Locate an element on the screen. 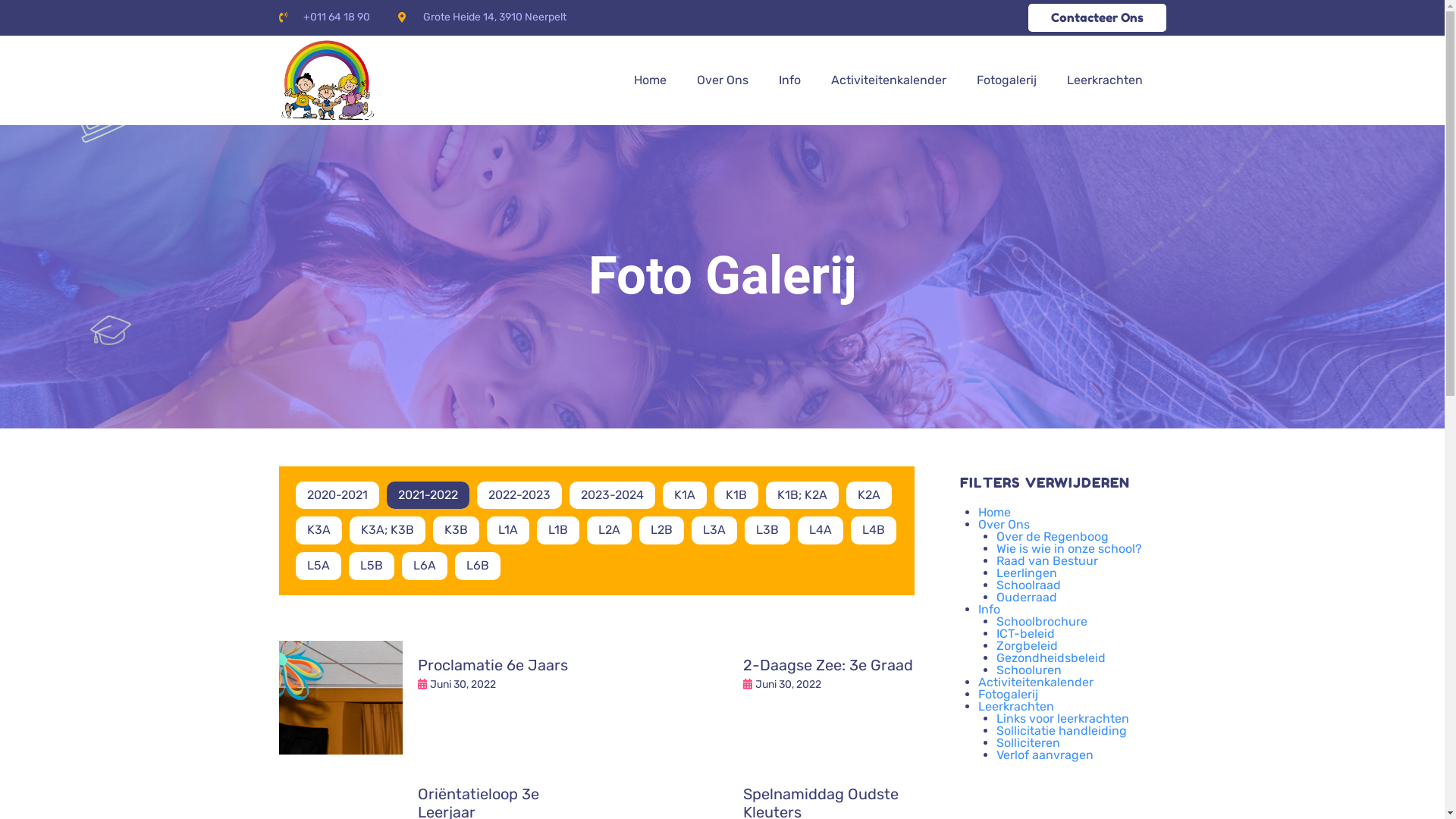 The height and width of the screenshot is (819, 1456). 'Sollicitatie handleiding' is located at coordinates (996, 730).